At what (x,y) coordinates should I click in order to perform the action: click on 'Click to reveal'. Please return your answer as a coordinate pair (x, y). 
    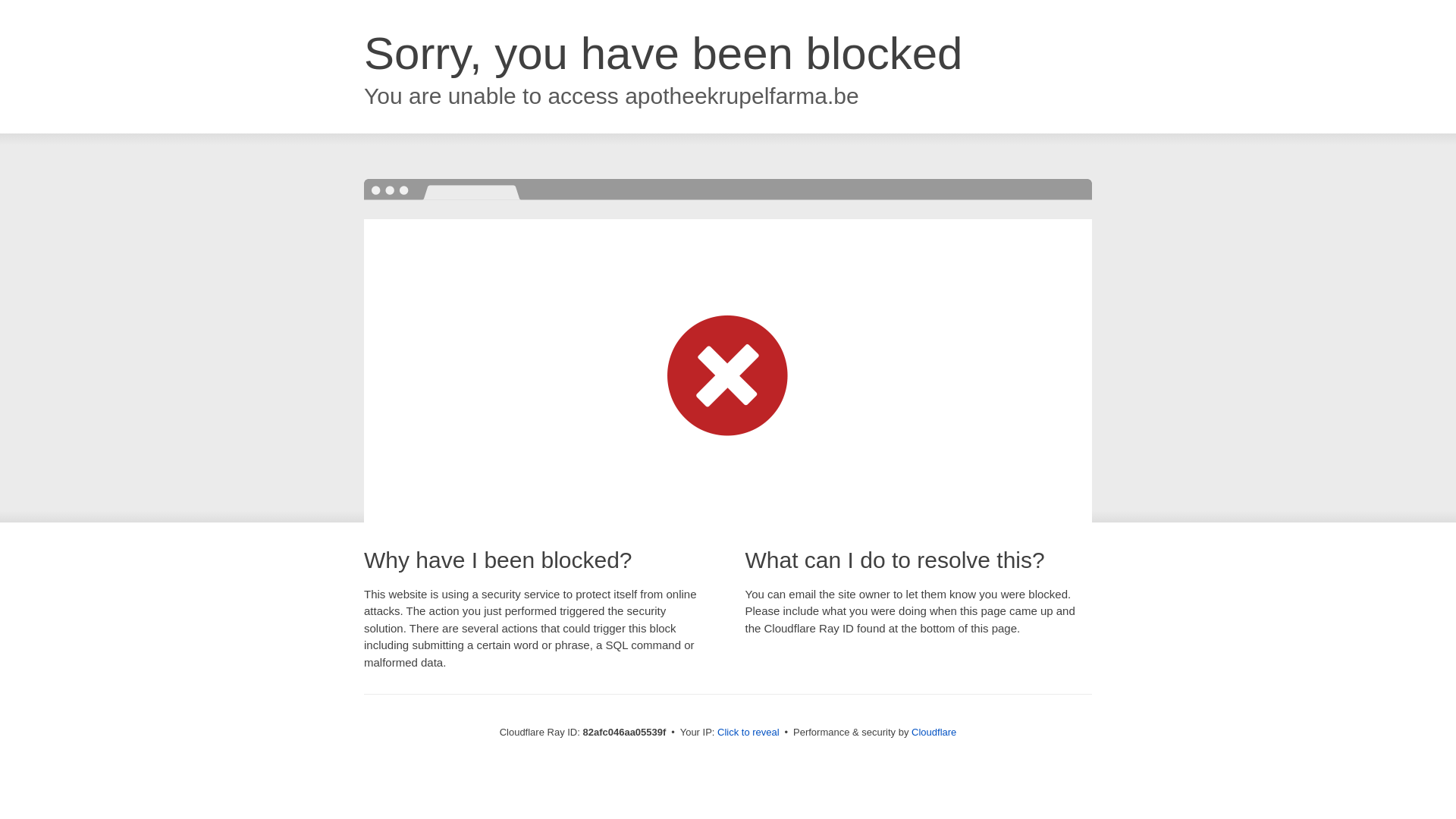
    Looking at the image, I should click on (748, 731).